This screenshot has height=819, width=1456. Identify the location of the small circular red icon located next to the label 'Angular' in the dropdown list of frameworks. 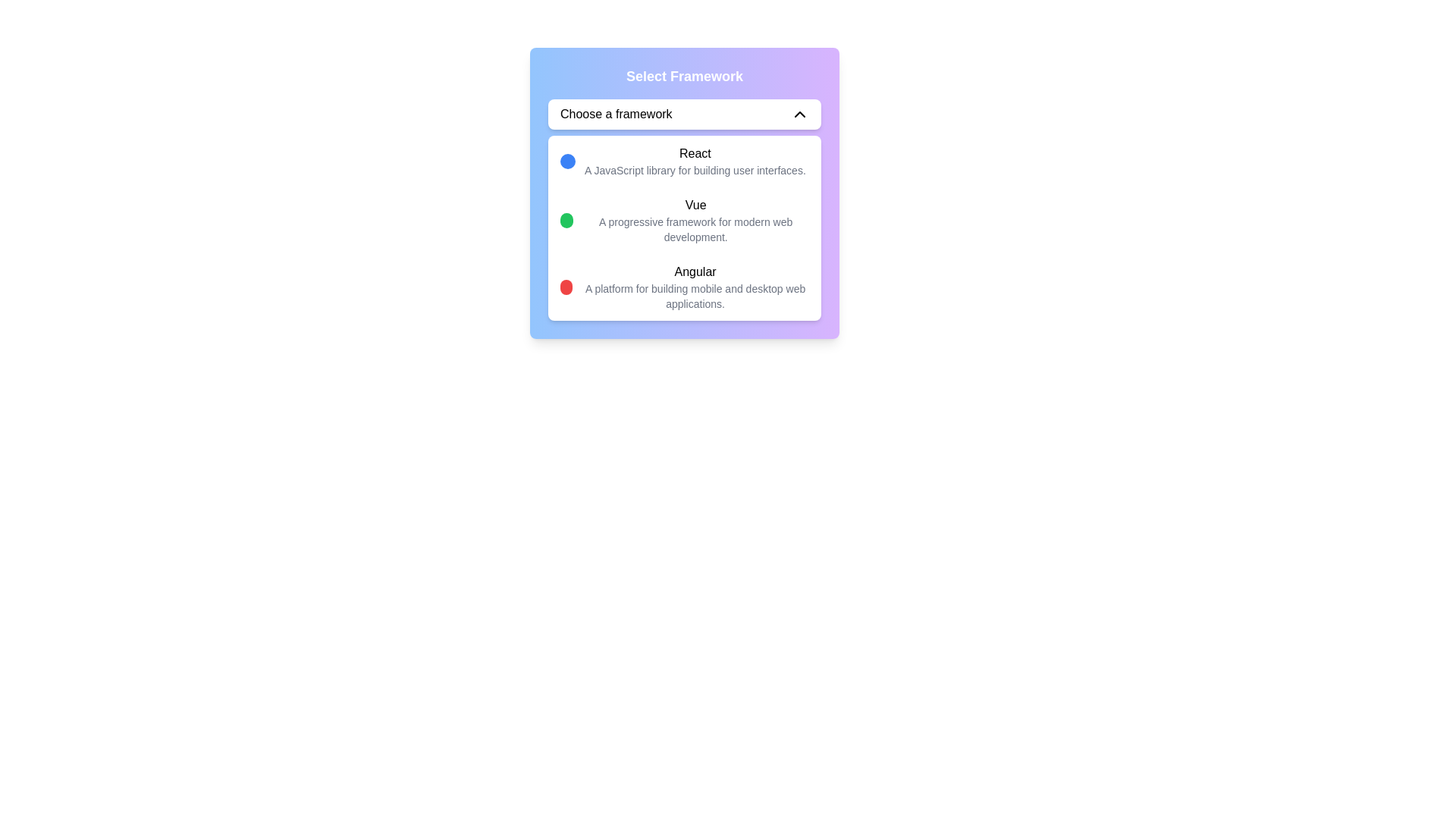
(566, 287).